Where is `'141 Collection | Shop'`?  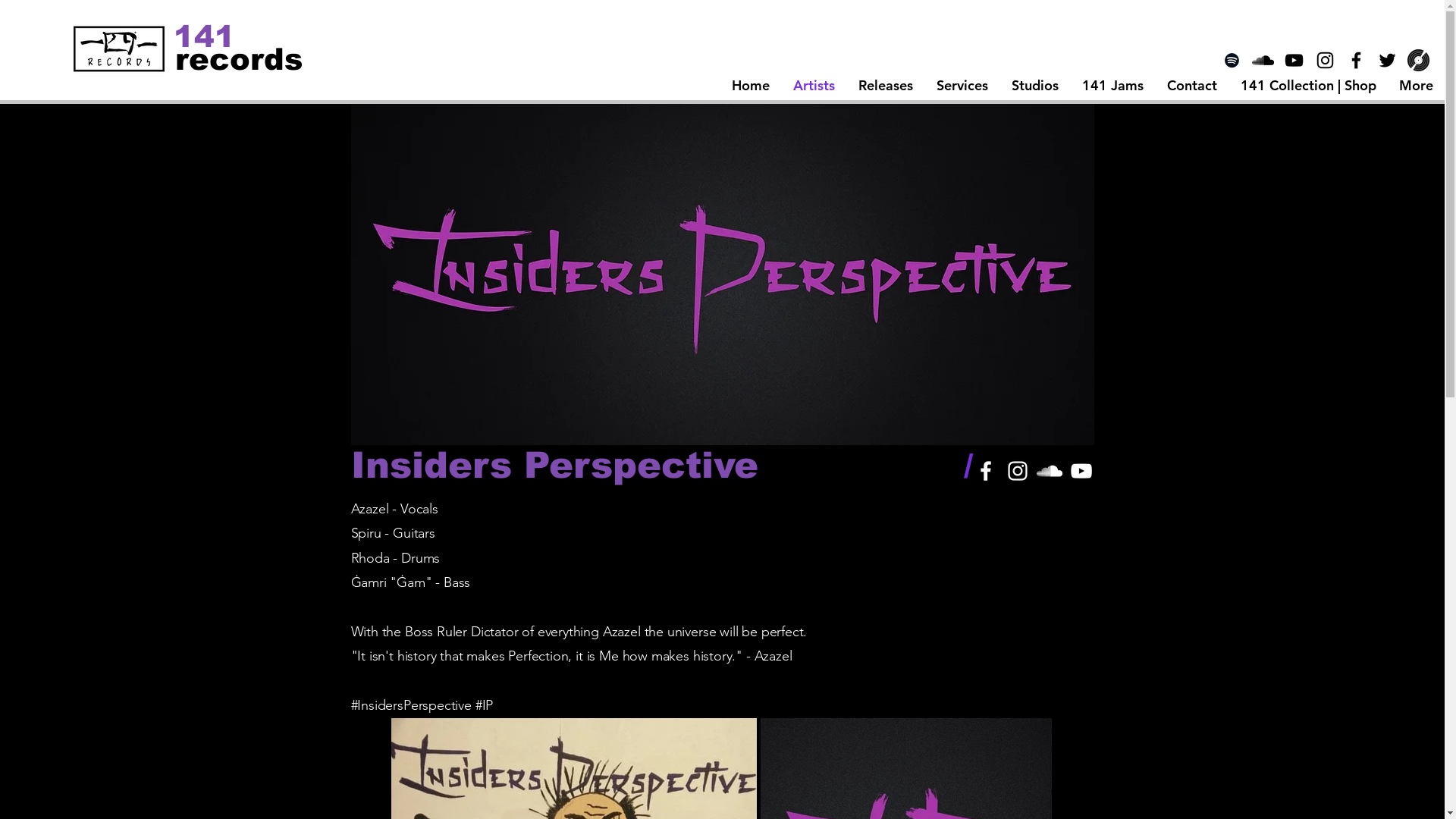 '141 Collection | Shop' is located at coordinates (1307, 85).